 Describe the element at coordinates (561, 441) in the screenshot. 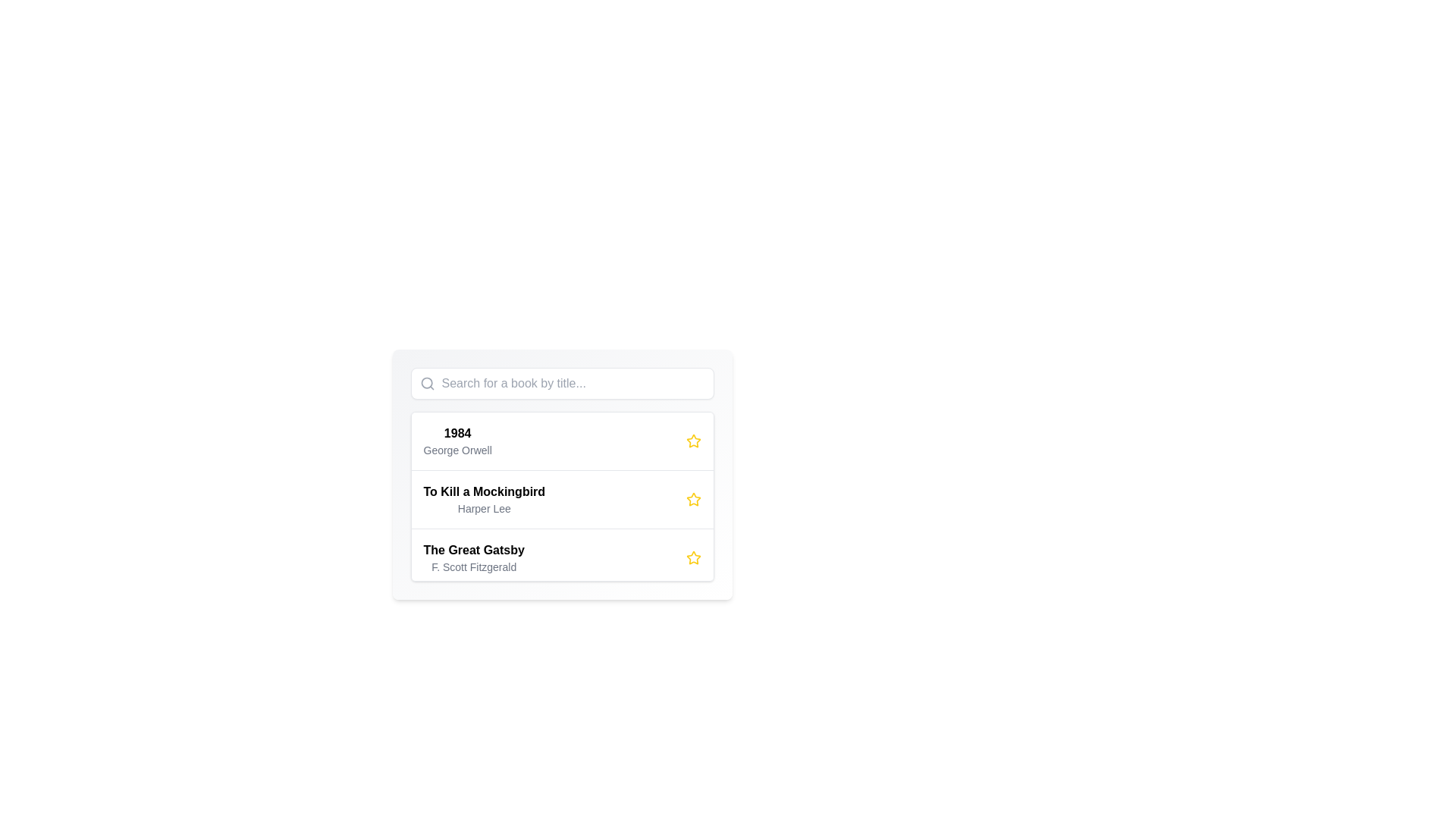

I see `the first list item representing the book '1984' by George Orwell` at that location.